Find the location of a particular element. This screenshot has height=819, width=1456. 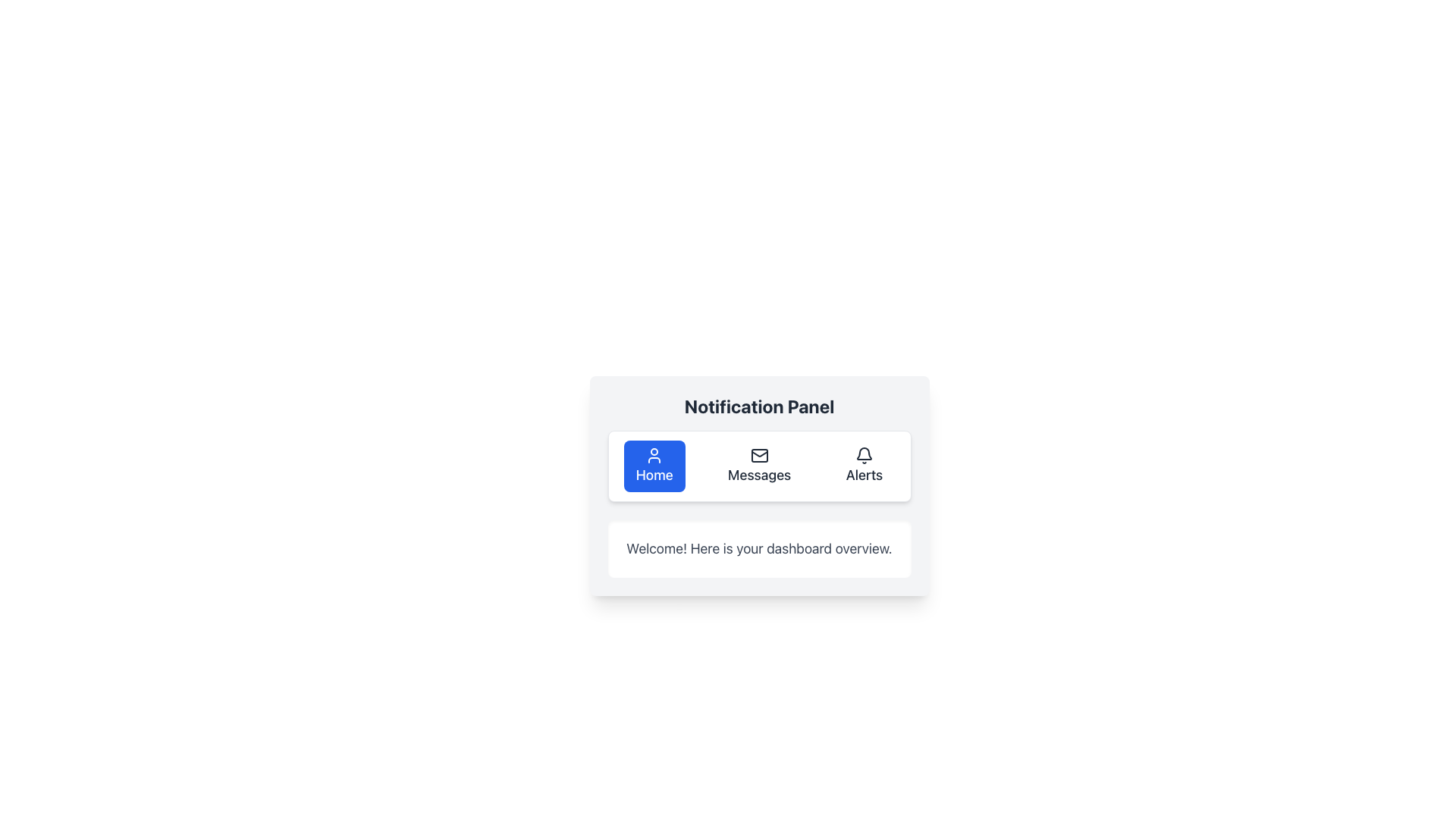

the SVG graphical representation of the outlined envelope icon located in the middle segment of the header navigation section, positioned between the 'Home' and 'Alerts' icons is located at coordinates (759, 455).